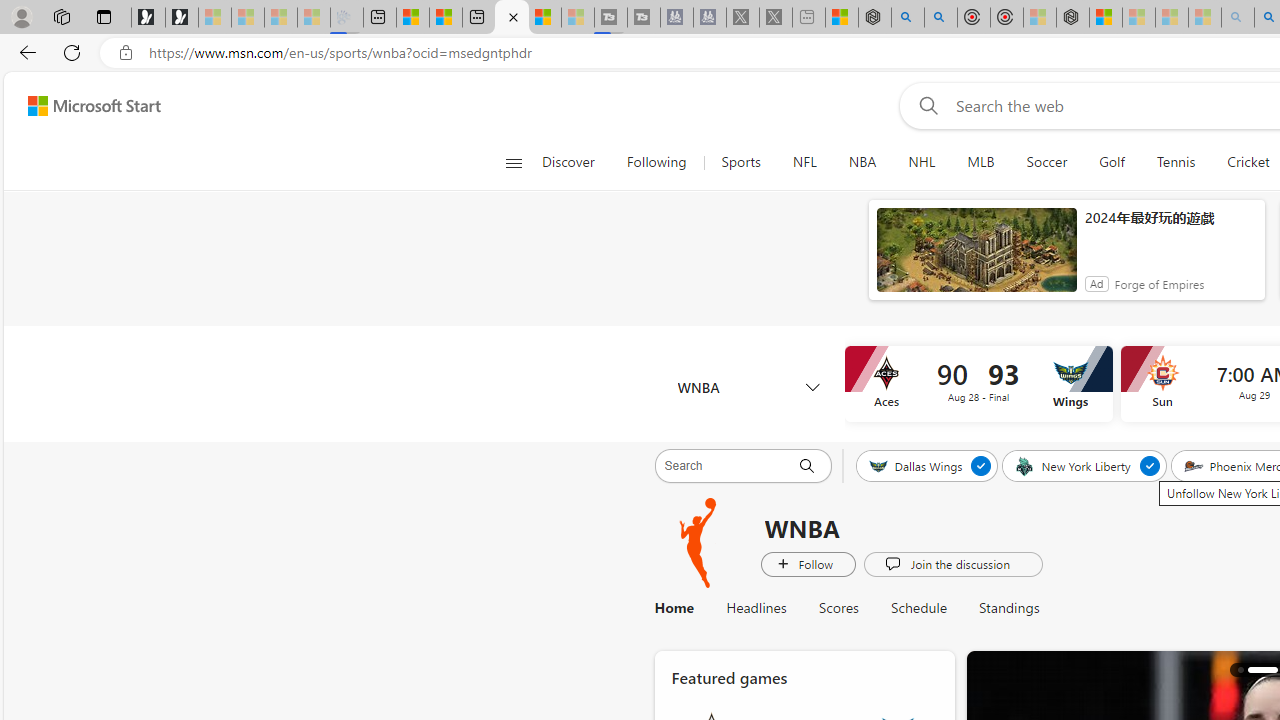 The image size is (1280, 720). What do you see at coordinates (513, 162) in the screenshot?
I see `'Class: button-glyph'` at bounding box center [513, 162].